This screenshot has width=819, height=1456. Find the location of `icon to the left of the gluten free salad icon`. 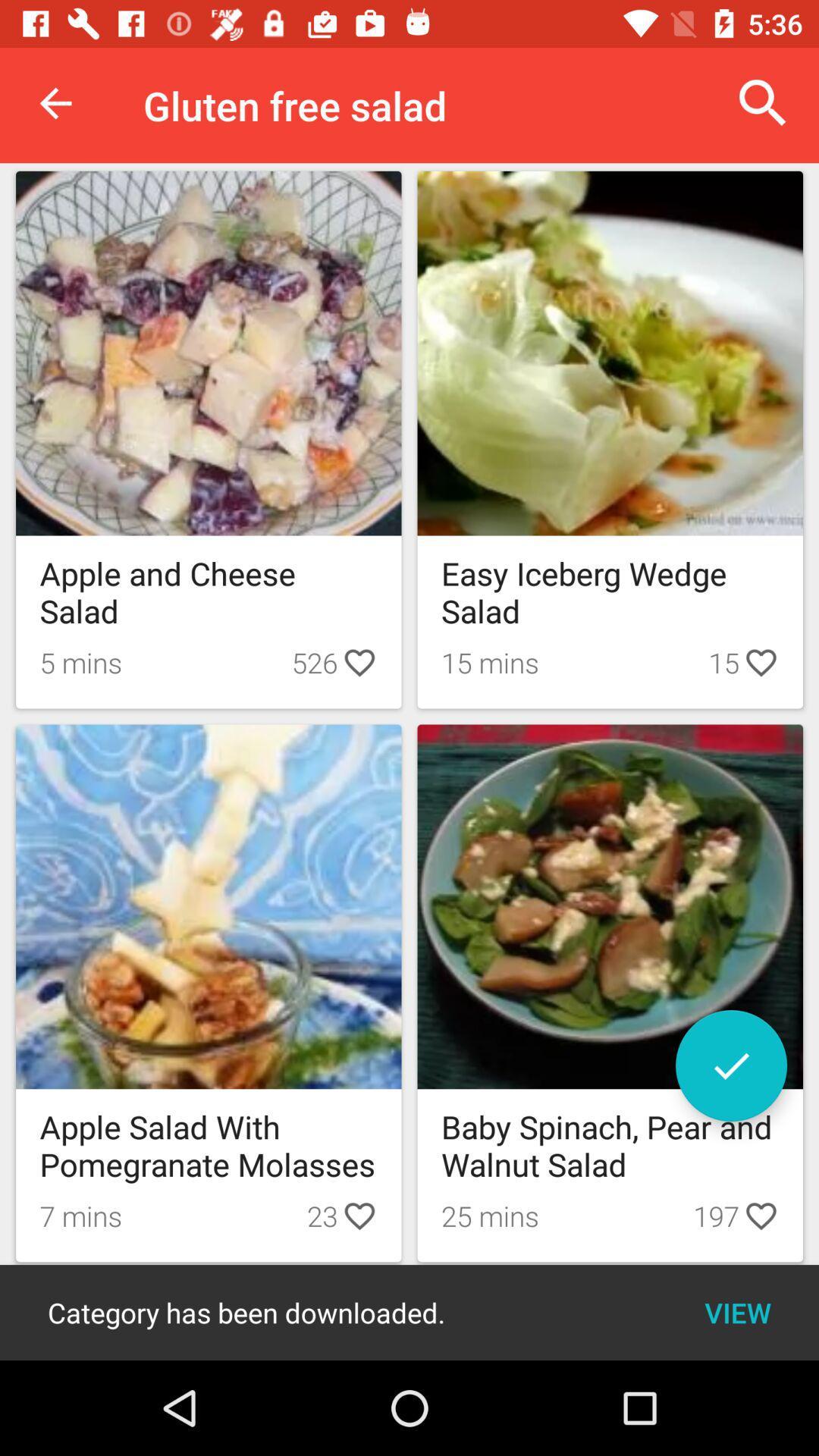

icon to the left of the gluten free salad icon is located at coordinates (55, 102).